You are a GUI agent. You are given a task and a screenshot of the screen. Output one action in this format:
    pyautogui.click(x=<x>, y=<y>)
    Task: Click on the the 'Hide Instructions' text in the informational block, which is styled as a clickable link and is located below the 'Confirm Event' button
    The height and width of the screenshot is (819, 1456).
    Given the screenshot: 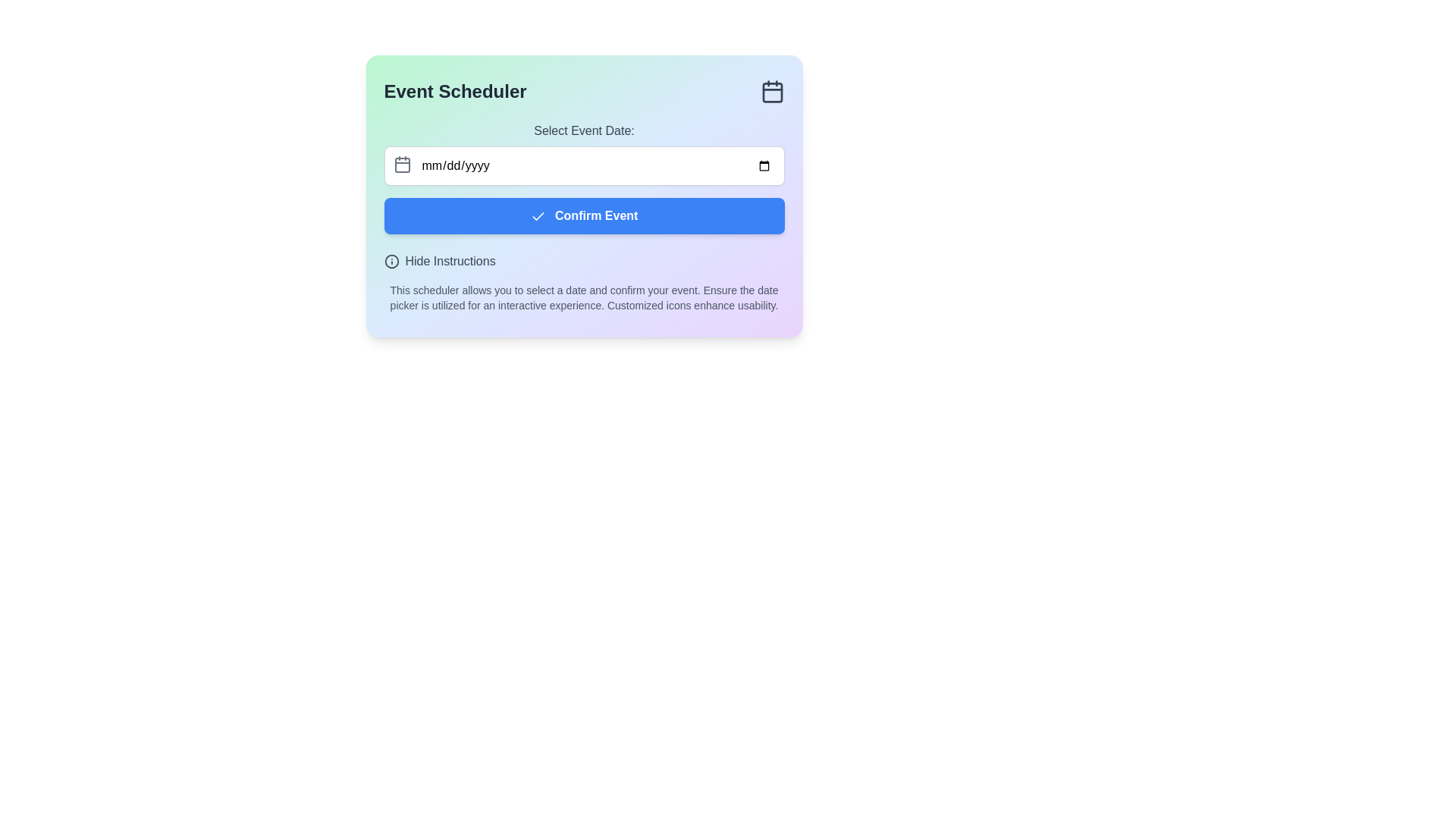 What is the action you would take?
    pyautogui.click(x=583, y=283)
    